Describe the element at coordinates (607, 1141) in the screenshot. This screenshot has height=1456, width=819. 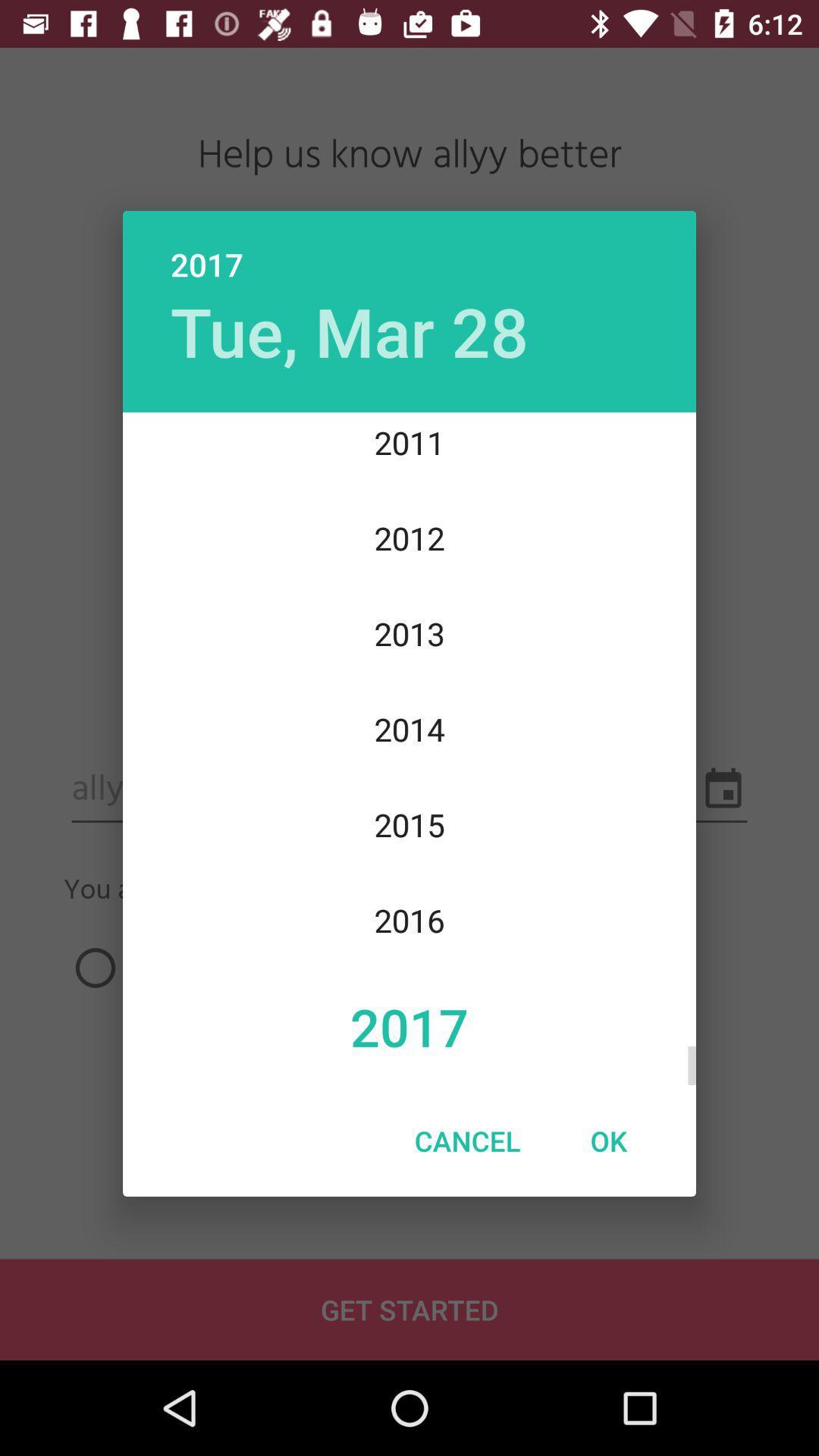
I see `icon below 2017 icon` at that location.